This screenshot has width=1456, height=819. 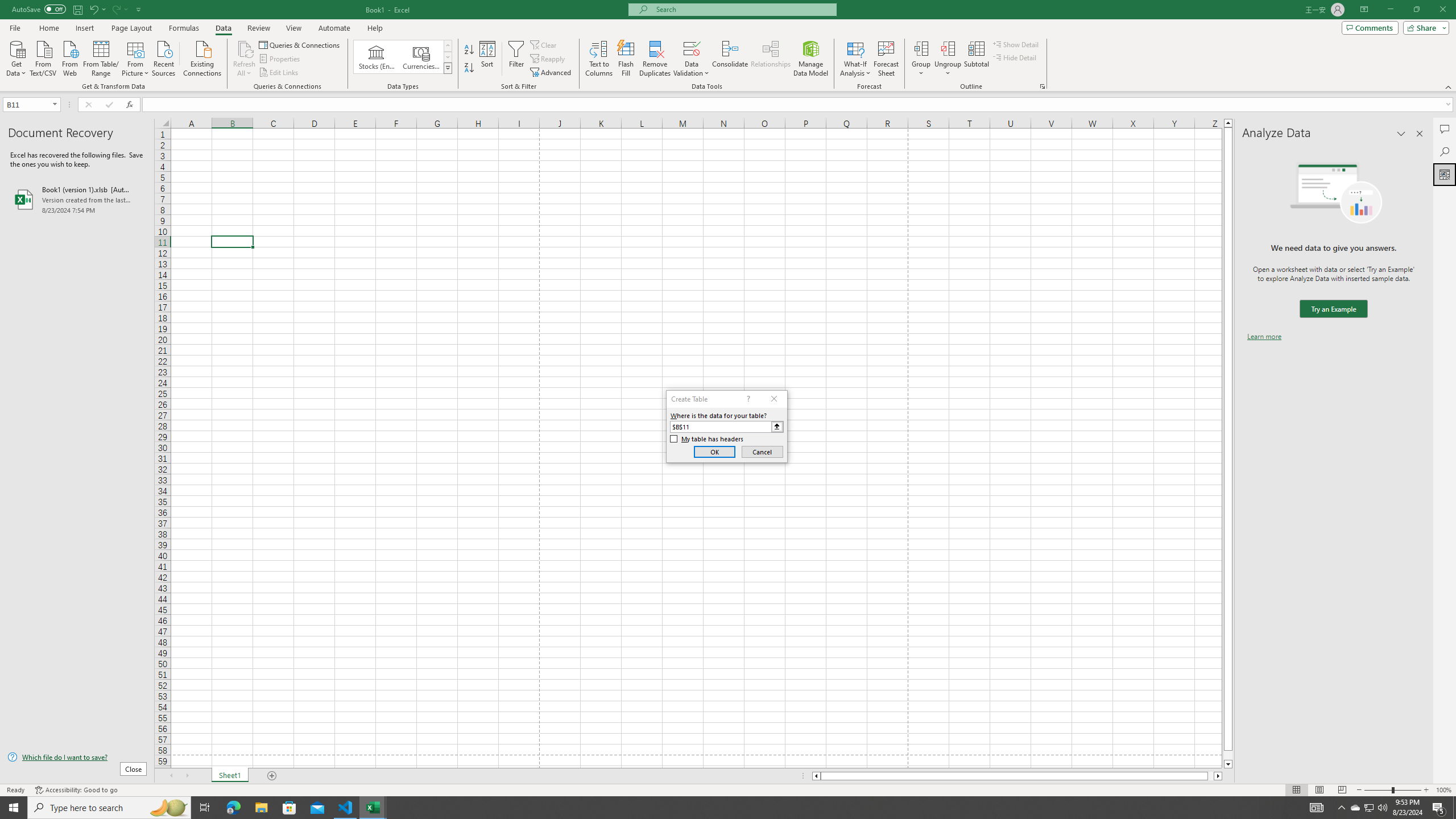 What do you see at coordinates (1228, 755) in the screenshot?
I see `'Page down'` at bounding box center [1228, 755].